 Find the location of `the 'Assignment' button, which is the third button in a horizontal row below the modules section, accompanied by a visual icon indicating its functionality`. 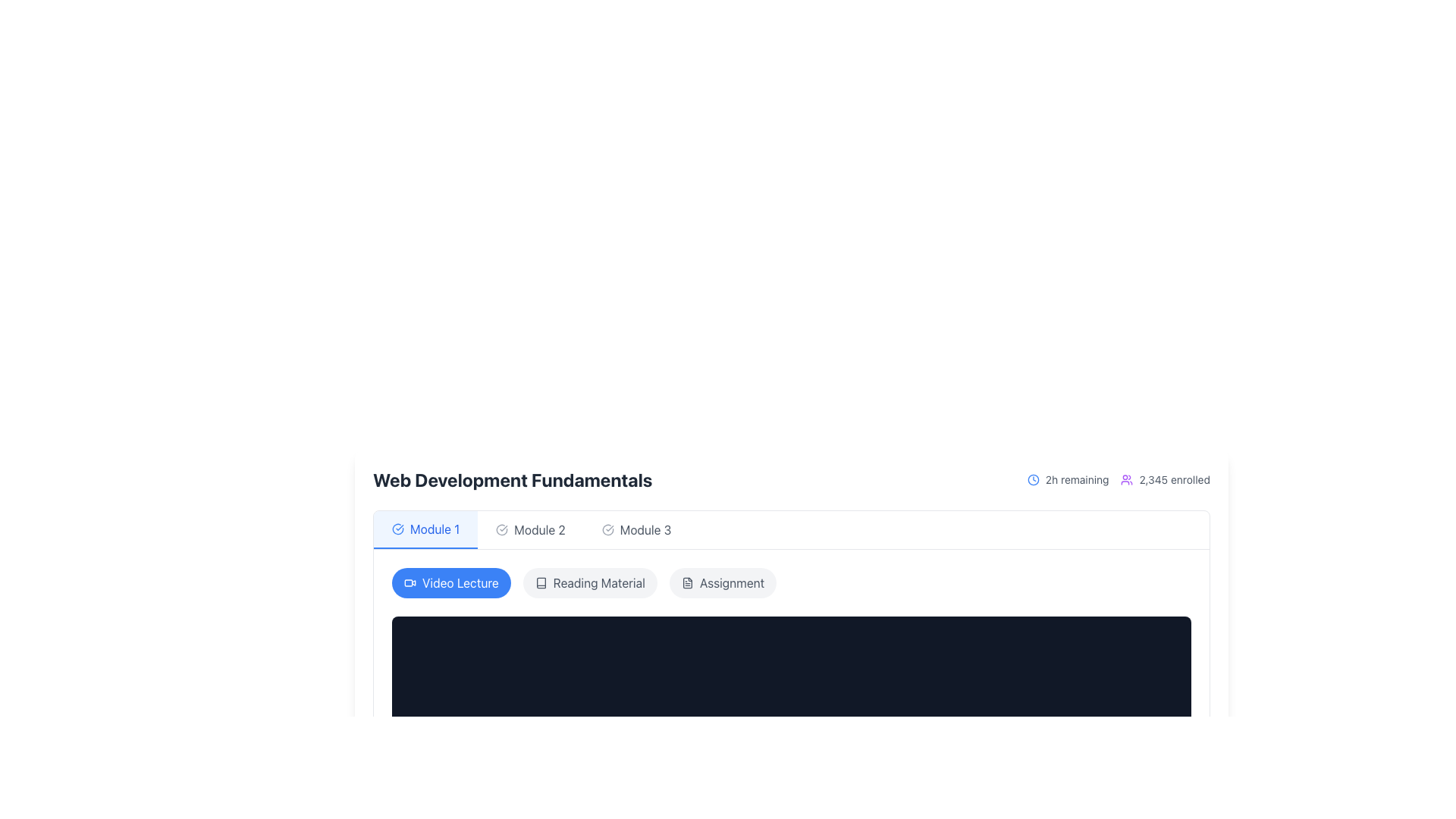

the 'Assignment' button, which is the third button in a horizontal row below the modules section, accompanied by a visual icon indicating its functionality is located at coordinates (686, 582).